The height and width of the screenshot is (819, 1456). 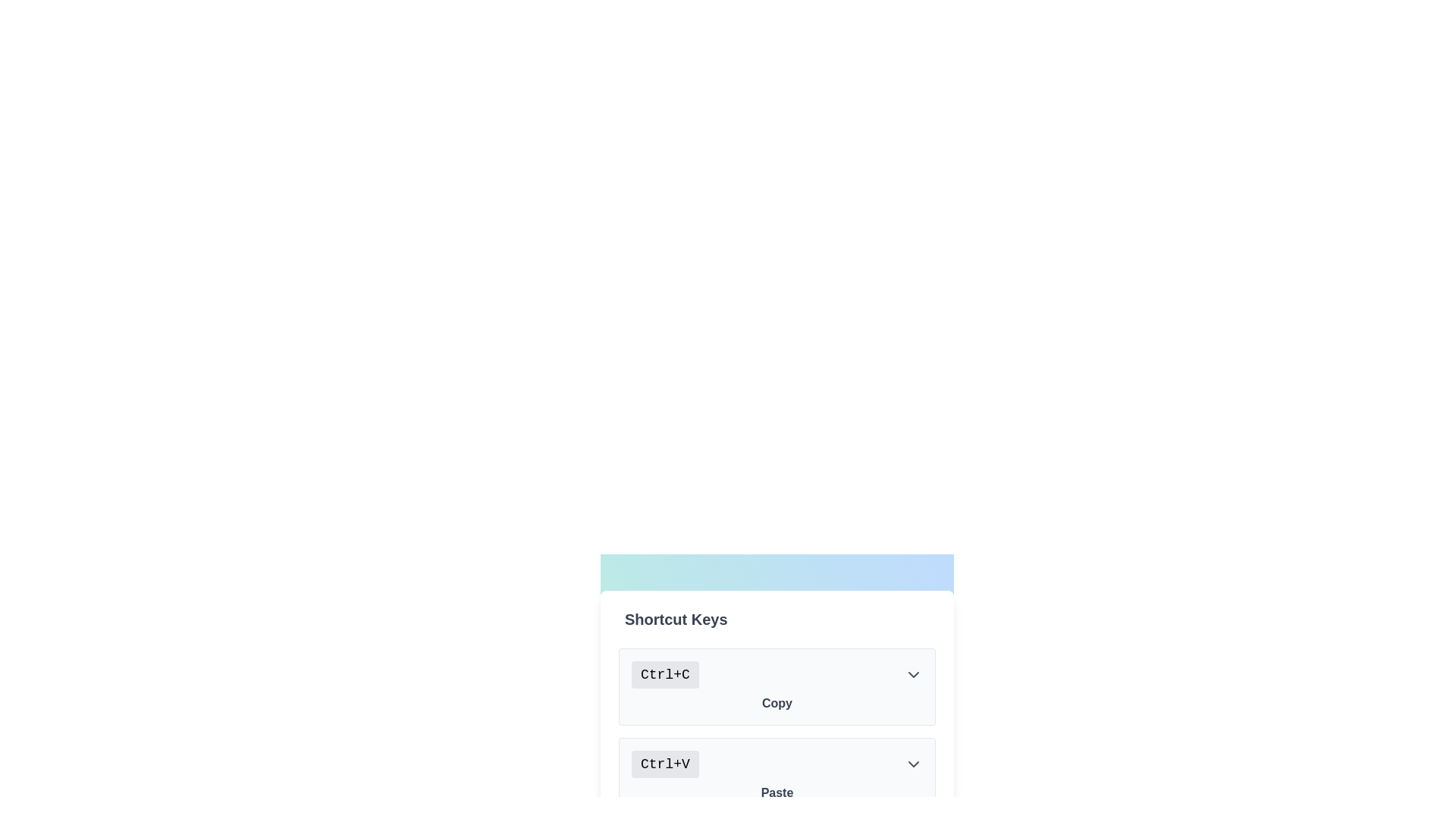 What do you see at coordinates (912, 764) in the screenshot?
I see `the downwards-pointing chevron icon of the Dropdown toggle button located adjacent to the 'Ctrl+V' label` at bounding box center [912, 764].